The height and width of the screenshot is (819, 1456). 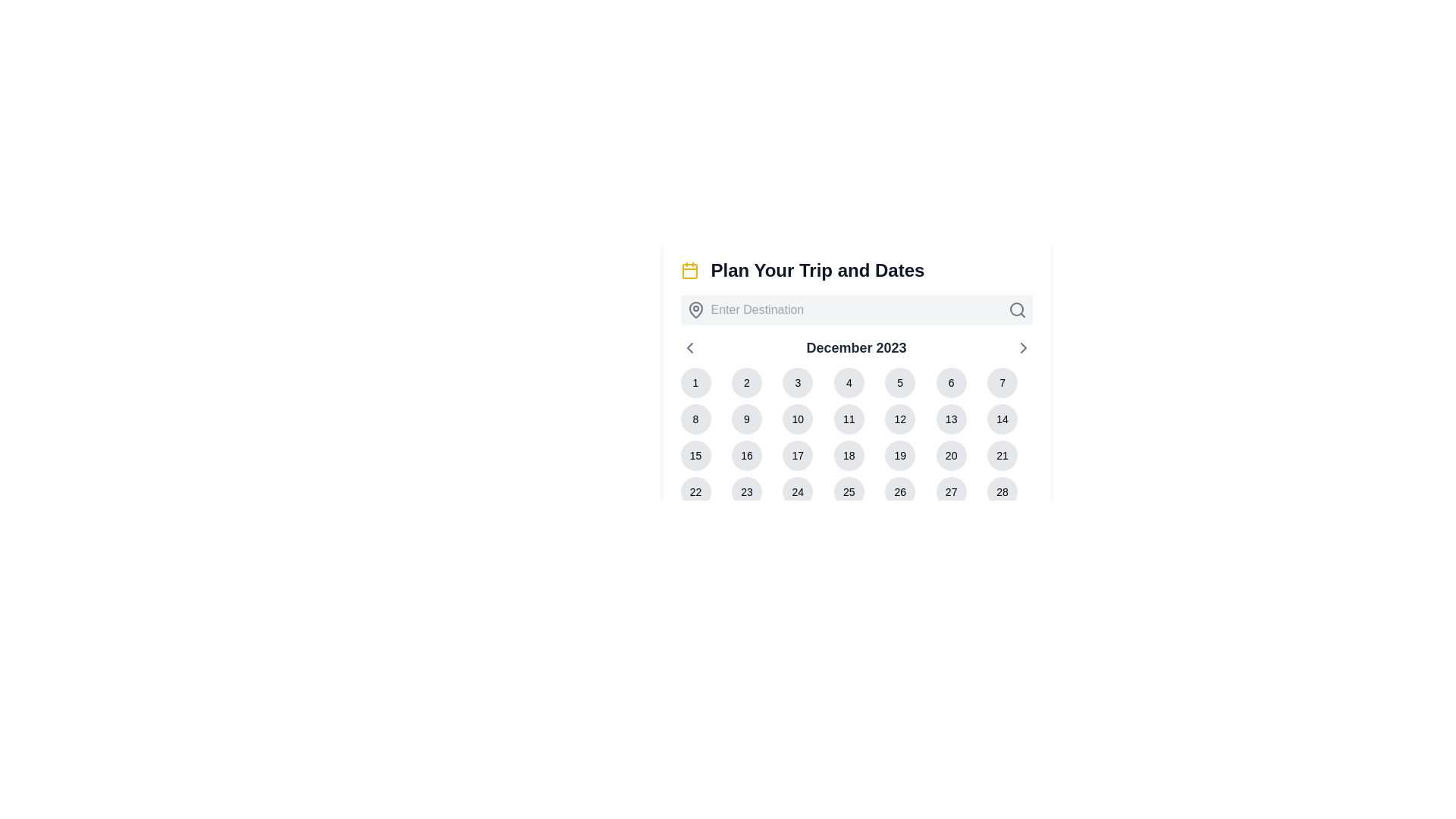 I want to click on the map pin icon located to the left of the text entry area in the 'Enter Destination' input field, so click(x=695, y=309).